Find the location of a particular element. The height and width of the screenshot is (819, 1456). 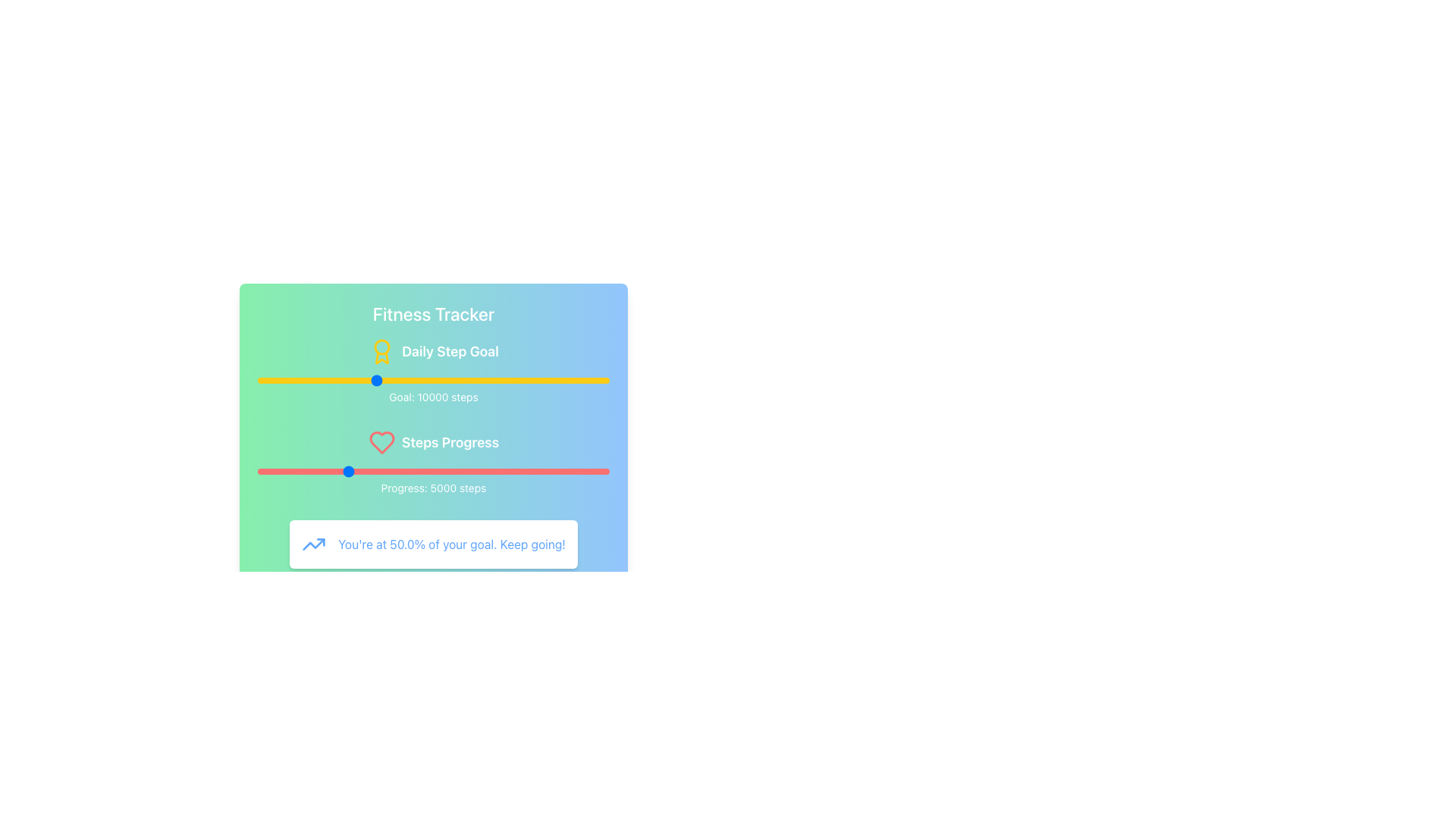

the daily step goal is located at coordinates (312, 379).